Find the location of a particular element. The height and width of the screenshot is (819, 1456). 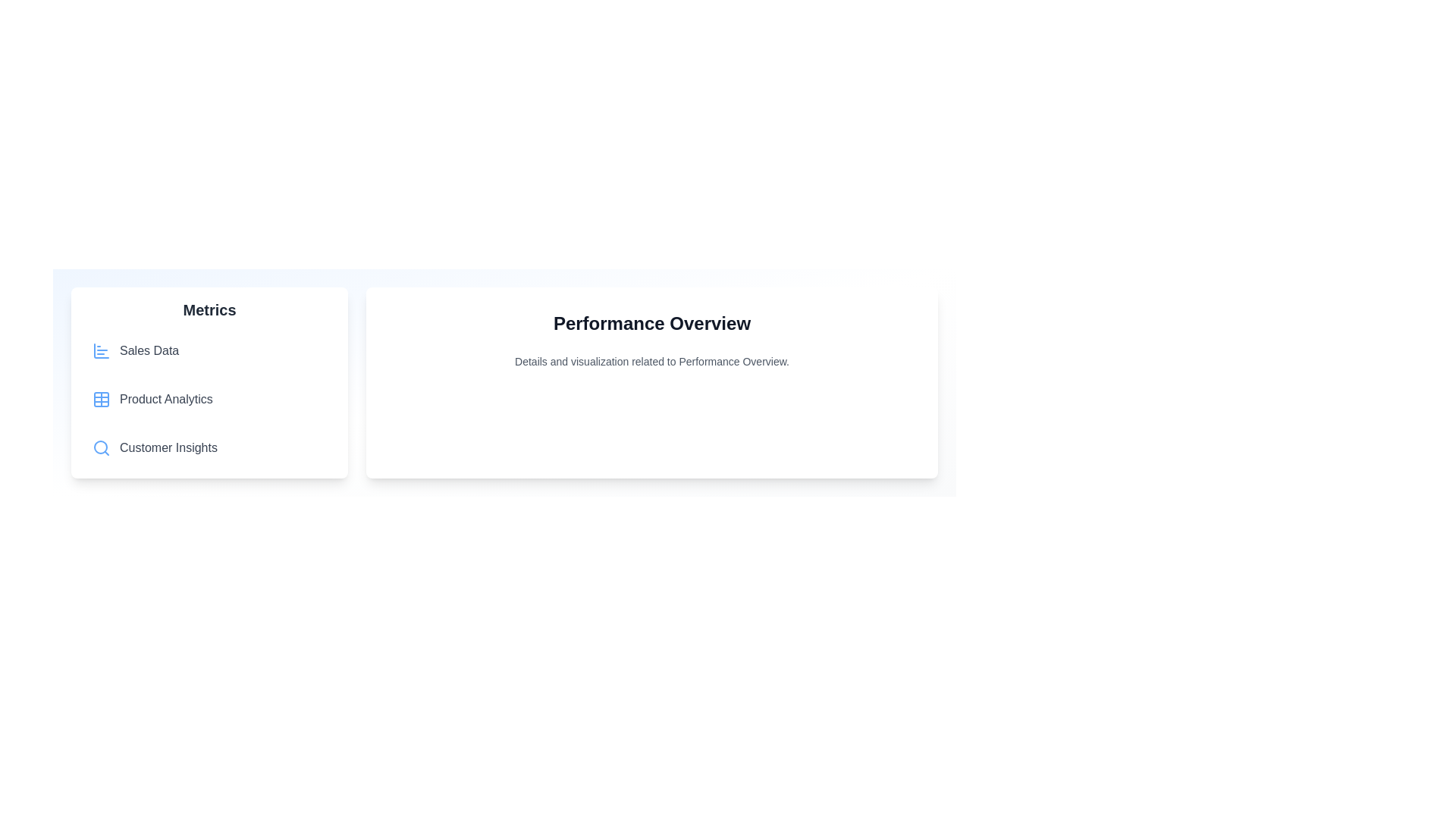

the search icon located to the left of the 'Customer Insights' text in the 'Metrics' section, if it is interactive is located at coordinates (101, 447).